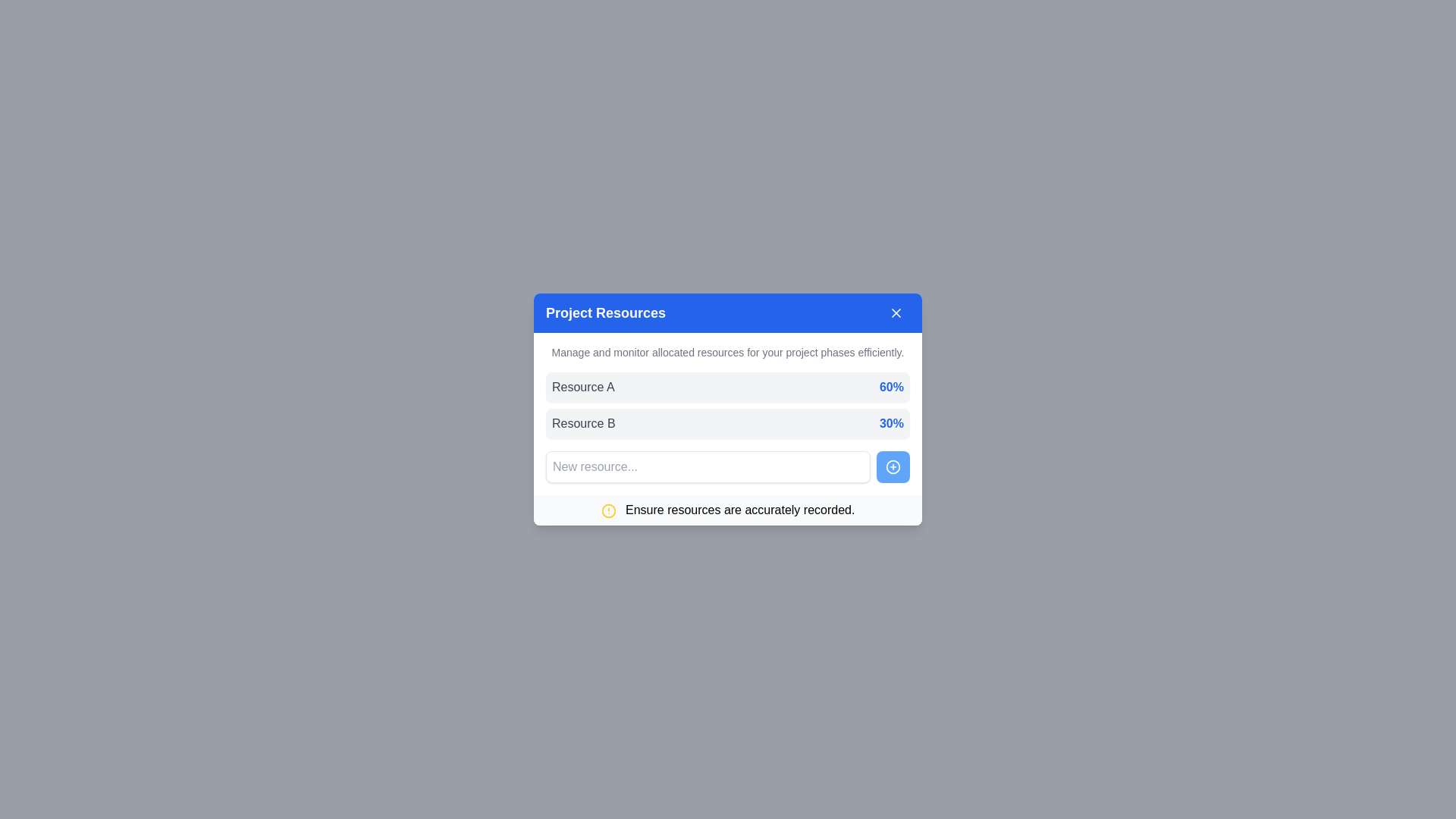 The width and height of the screenshot is (1456, 819). I want to click on the 'X' icon button in the top-right corner of the 'Project Resources' dialog, so click(896, 312).